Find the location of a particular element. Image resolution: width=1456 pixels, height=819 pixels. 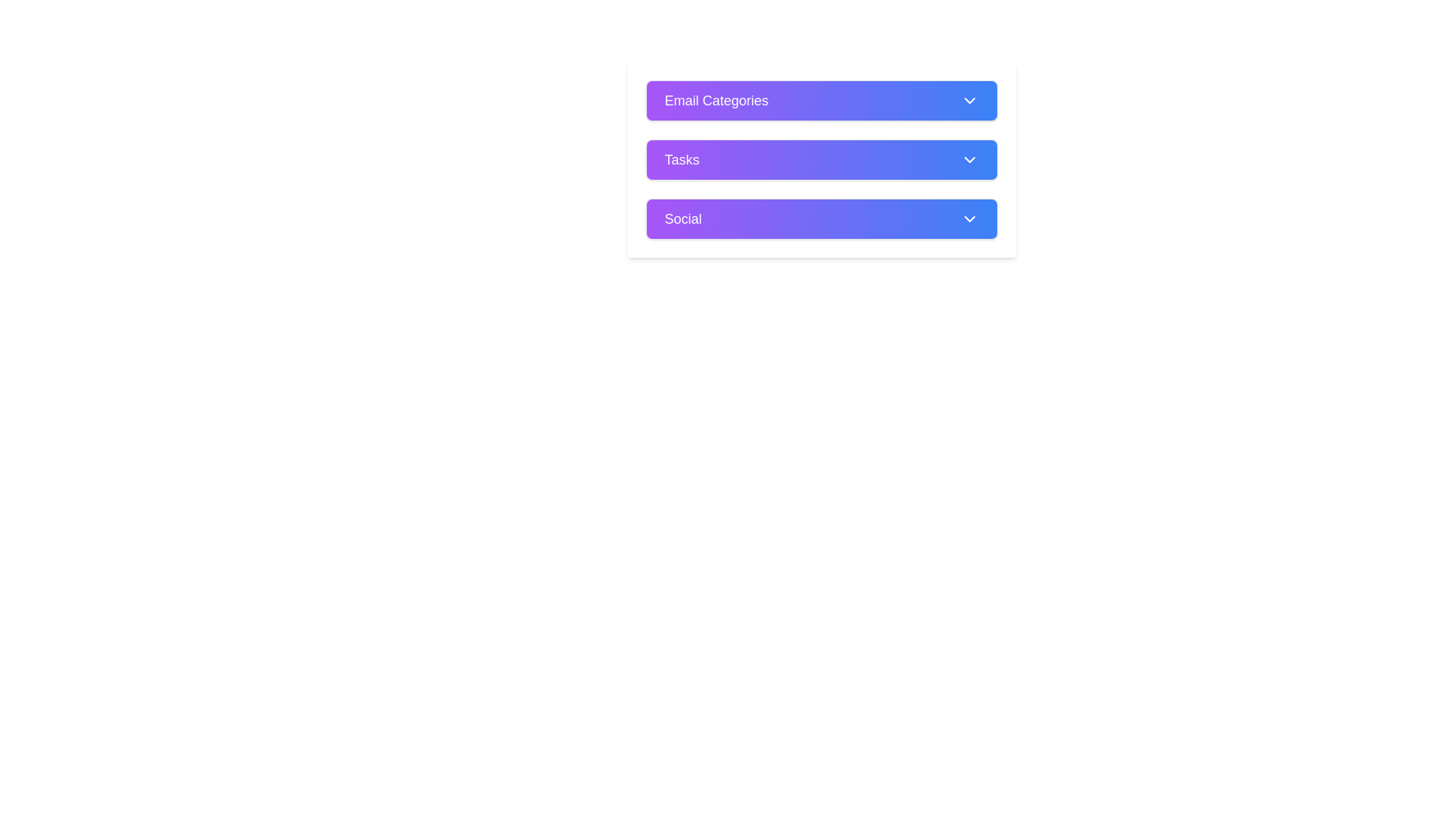

the Expandable dropdown indicator icon located at the right end of the 'Tasks' button is located at coordinates (968, 160).